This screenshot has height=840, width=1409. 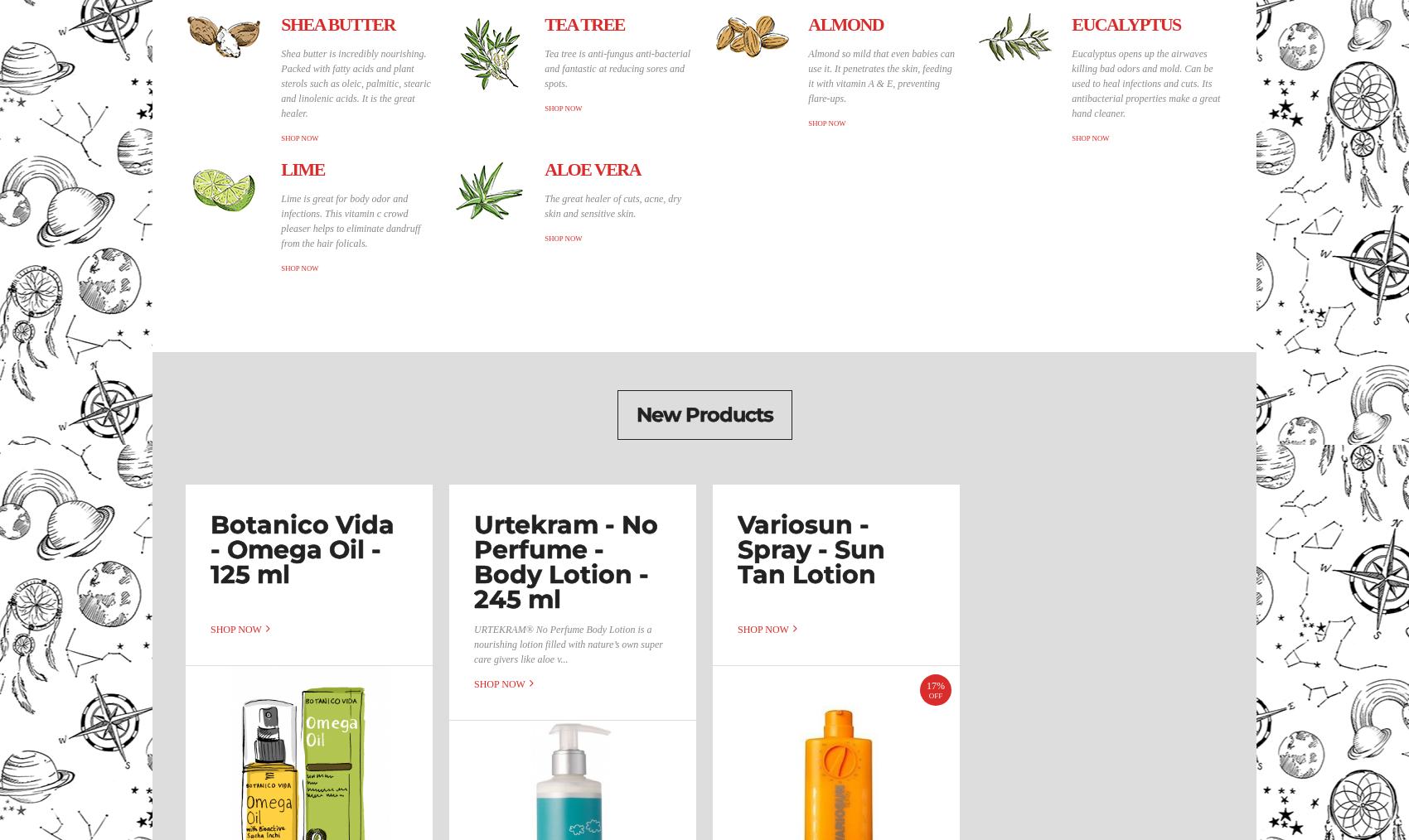 What do you see at coordinates (881, 75) in the screenshot?
I see `'Almond so mild that even babies can use it. It penetrates the skin, feeding it with vitamin A & E, preventing flare-ups.'` at bounding box center [881, 75].